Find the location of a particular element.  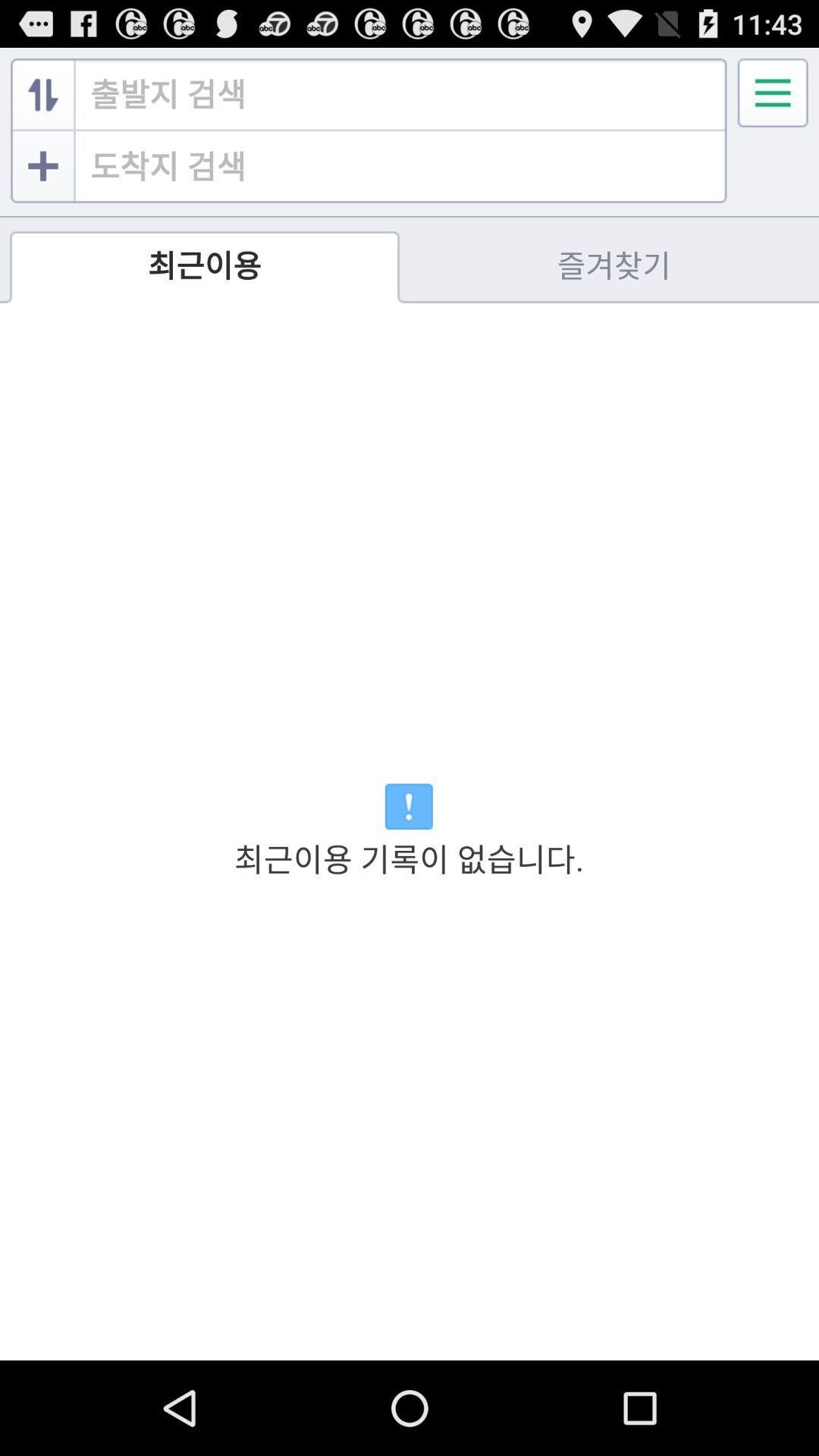

the add icon is located at coordinates (45, 199).